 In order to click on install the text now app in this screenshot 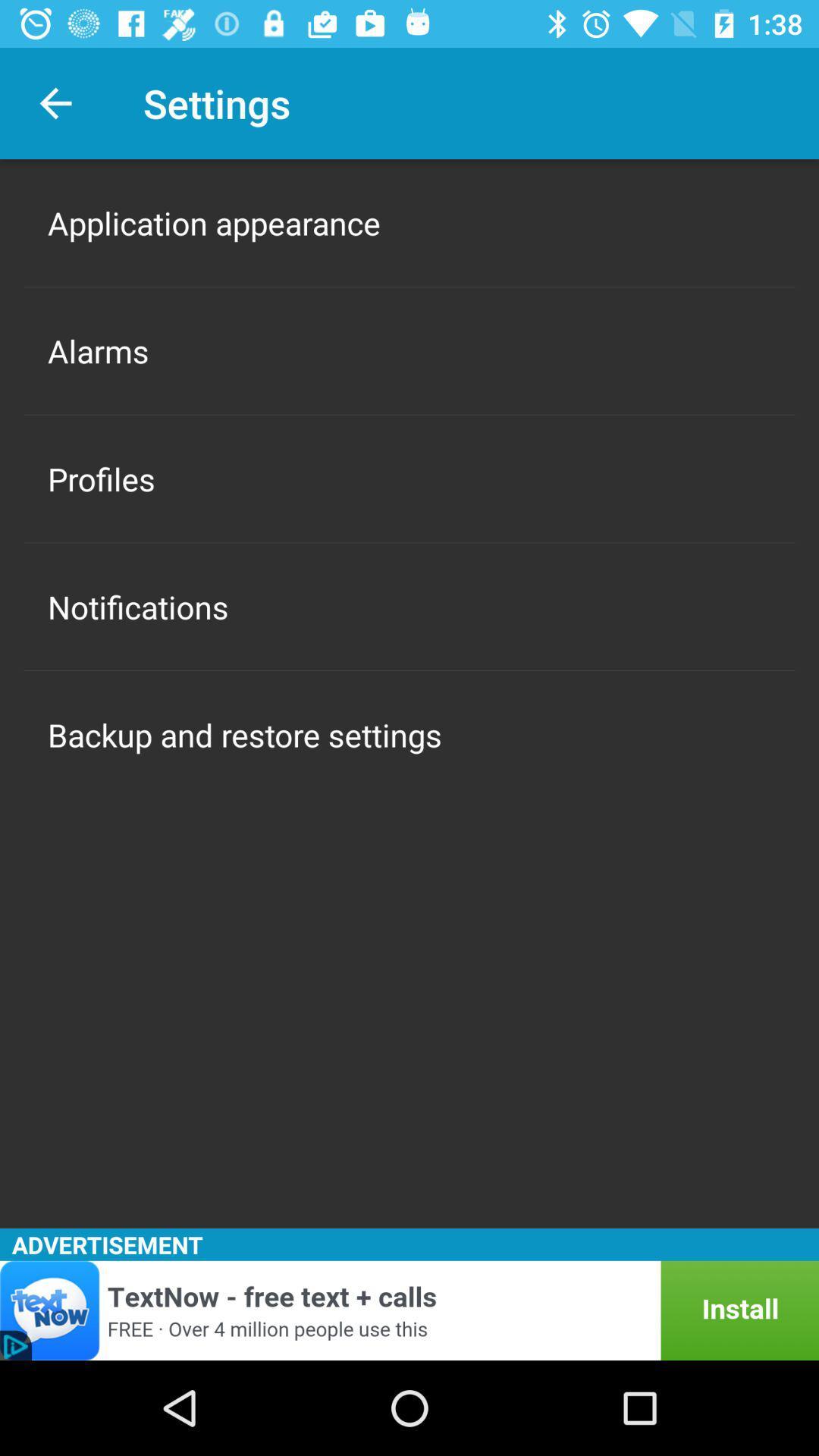, I will do `click(409, 1310)`.